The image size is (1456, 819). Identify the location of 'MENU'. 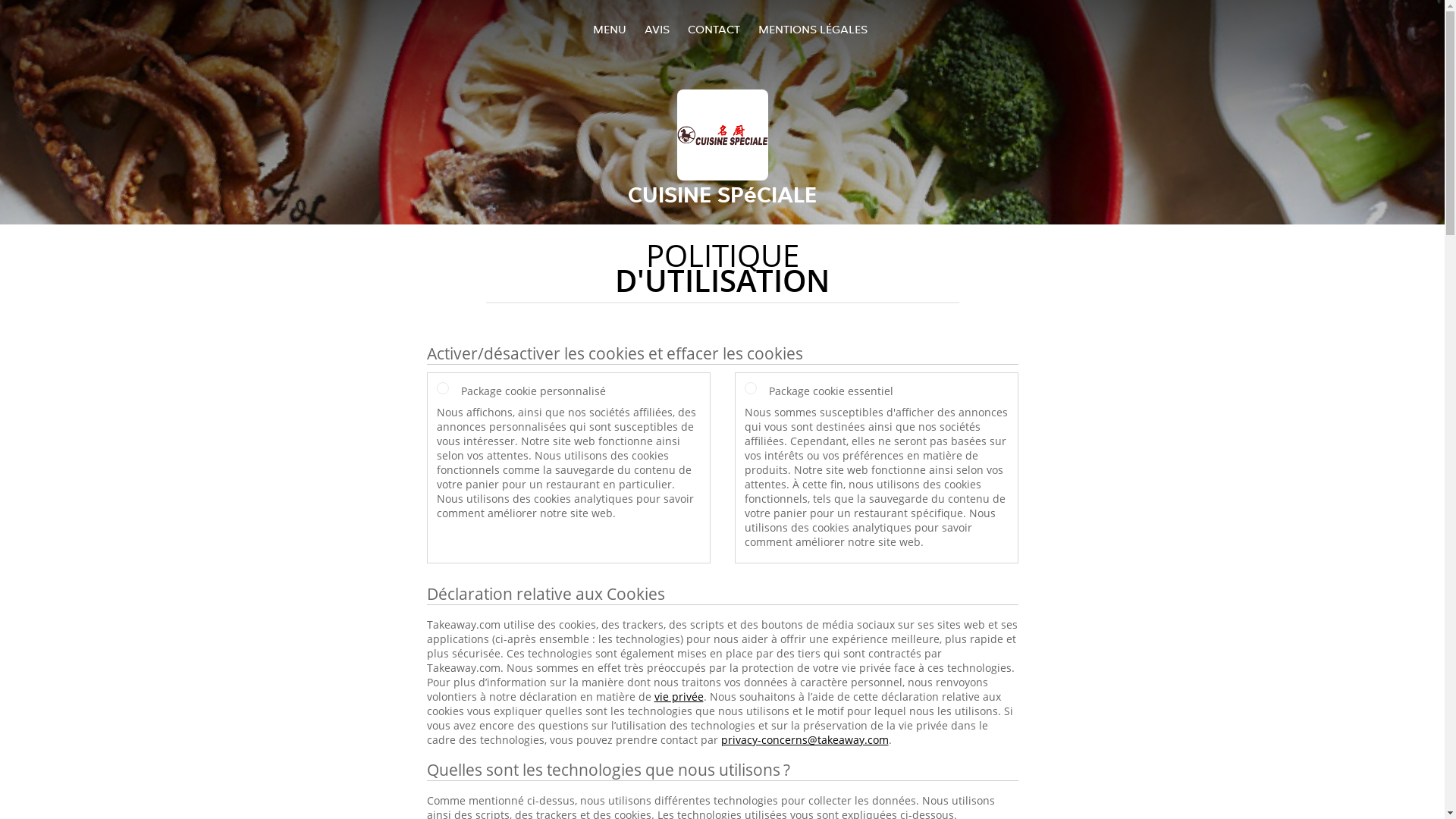
(610, 29).